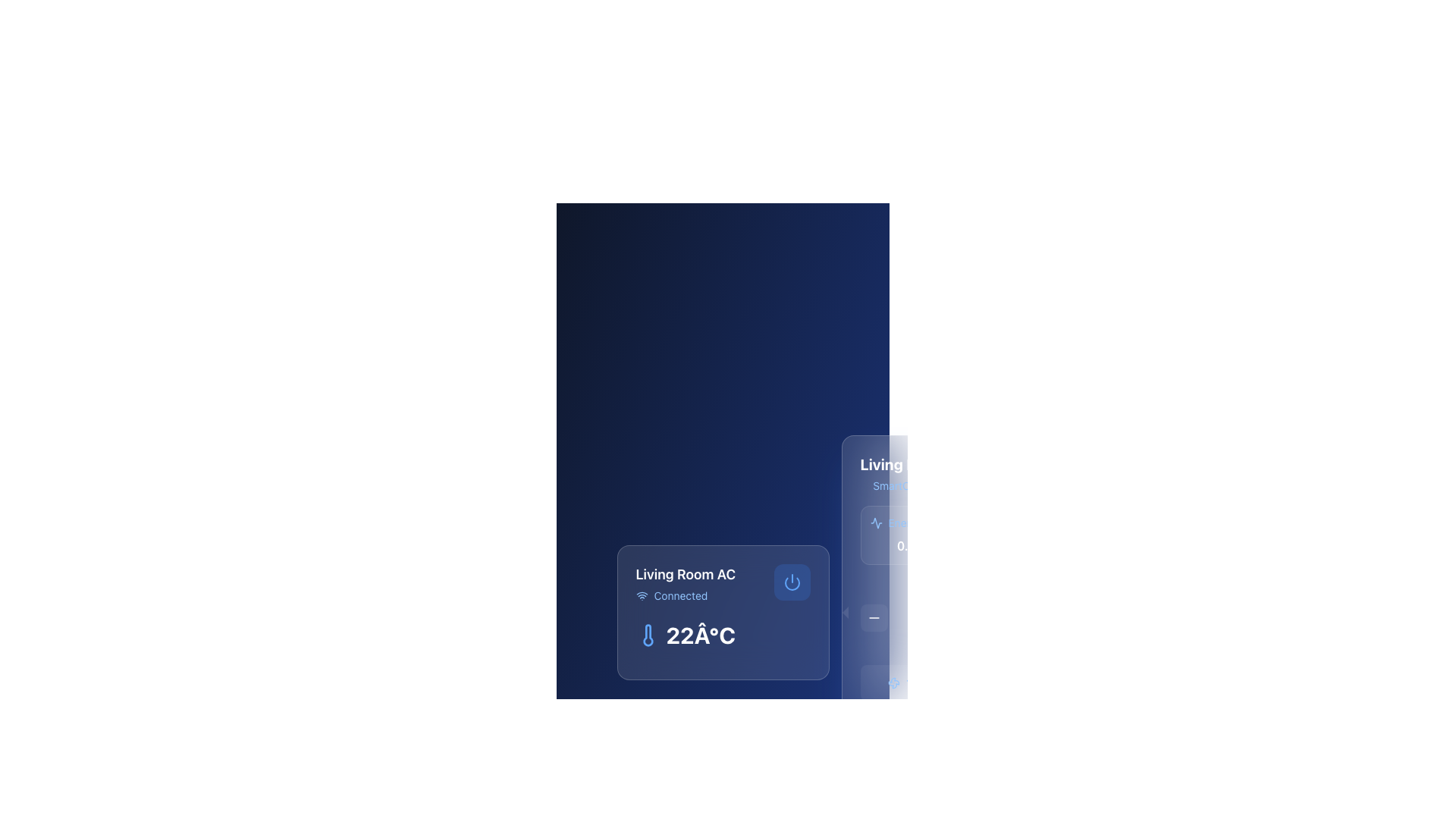 This screenshot has height=819, width=1456. Describe the element at coordinates (791, 581) in the screenshot. I see `the circular power icon button for the 'Living Room AC'` at that location.